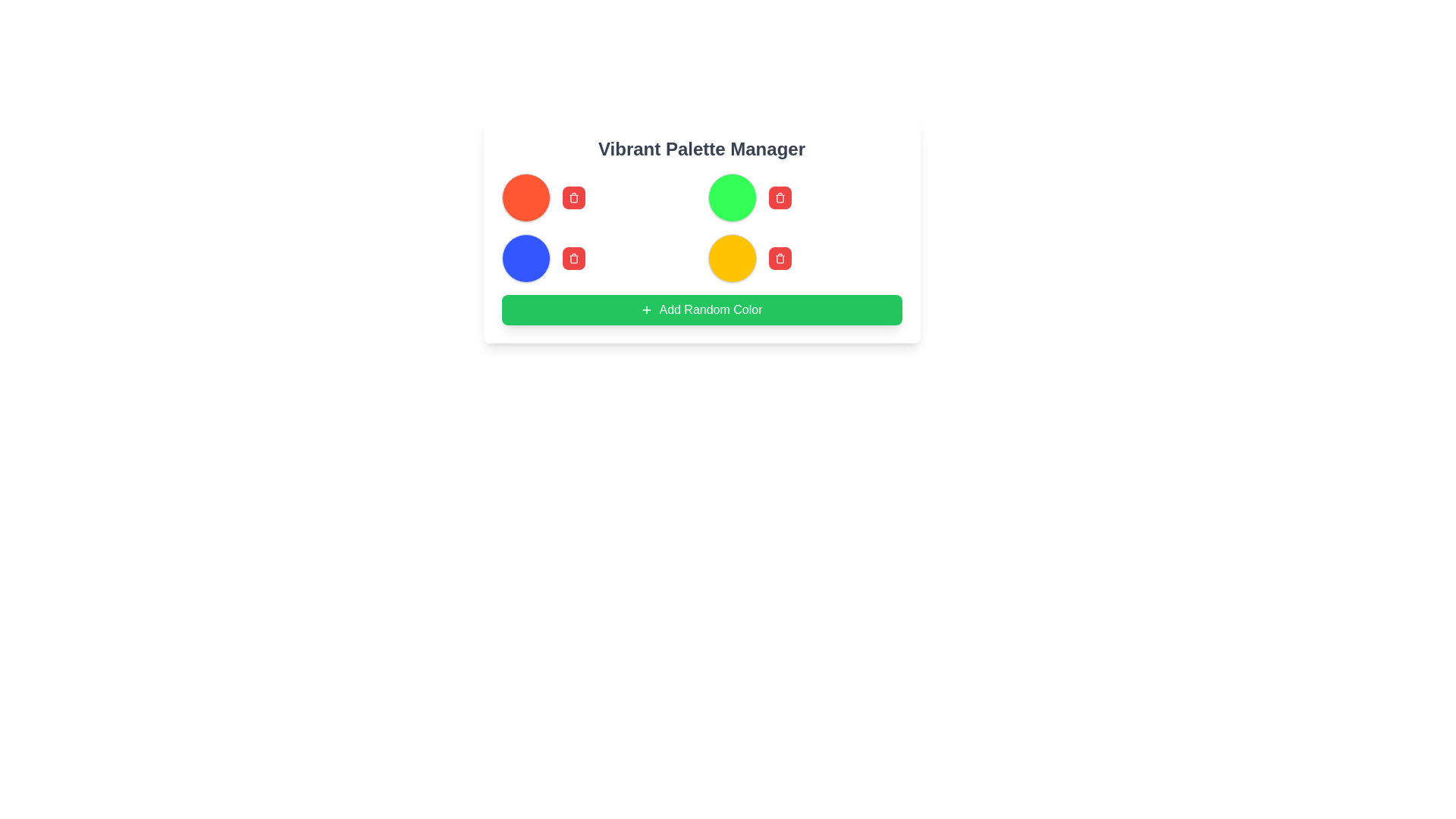 The width and height of the screenshot is (1456, 819). I want to click on the small red delete button with a trash icon located to the right of the yellow circular icon in the grid layout to activate its hover effect, so click(780, 257).